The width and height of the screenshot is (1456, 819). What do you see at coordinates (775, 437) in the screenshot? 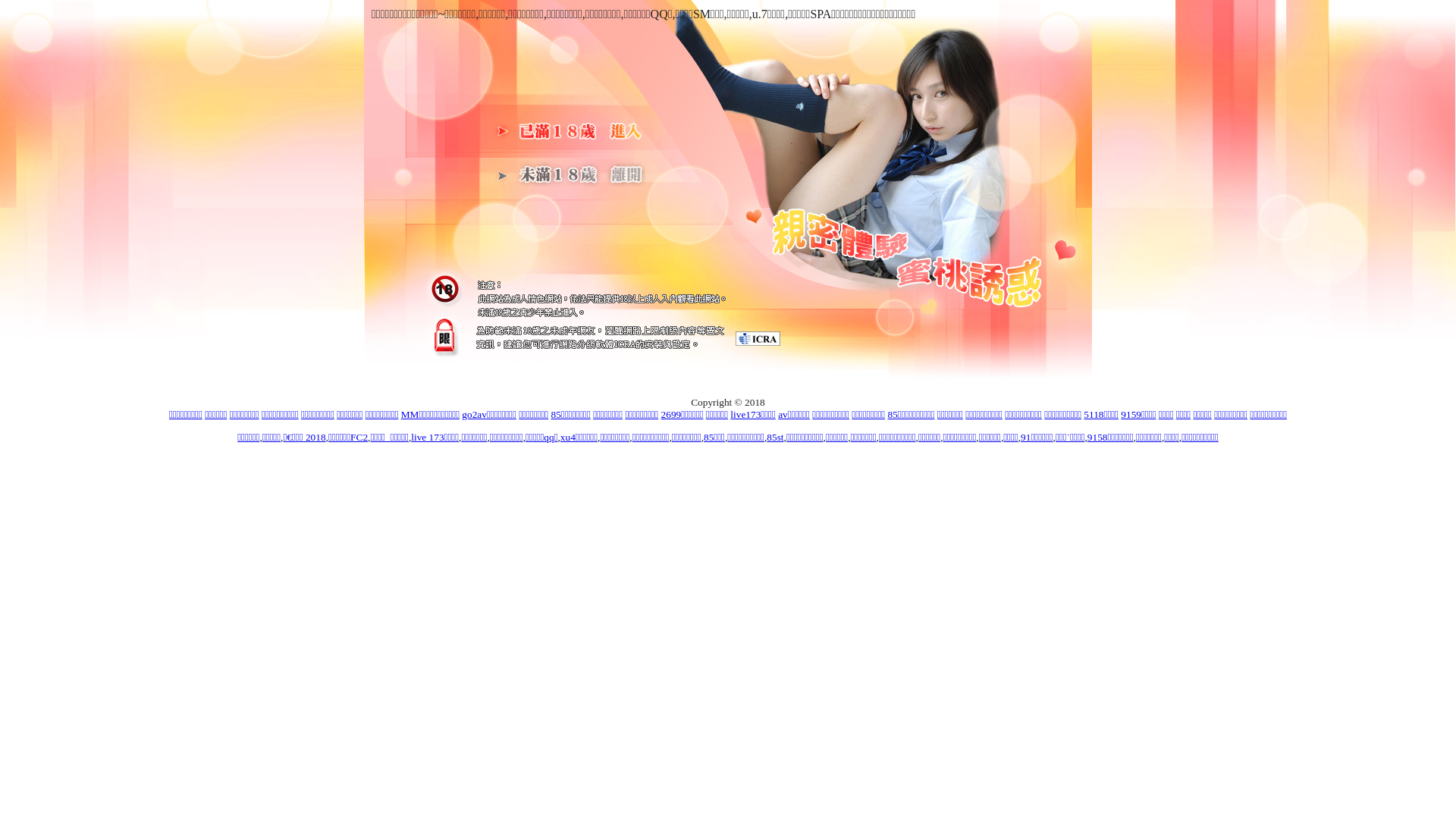
I see `'85st'` at bounding box center [775, 437].